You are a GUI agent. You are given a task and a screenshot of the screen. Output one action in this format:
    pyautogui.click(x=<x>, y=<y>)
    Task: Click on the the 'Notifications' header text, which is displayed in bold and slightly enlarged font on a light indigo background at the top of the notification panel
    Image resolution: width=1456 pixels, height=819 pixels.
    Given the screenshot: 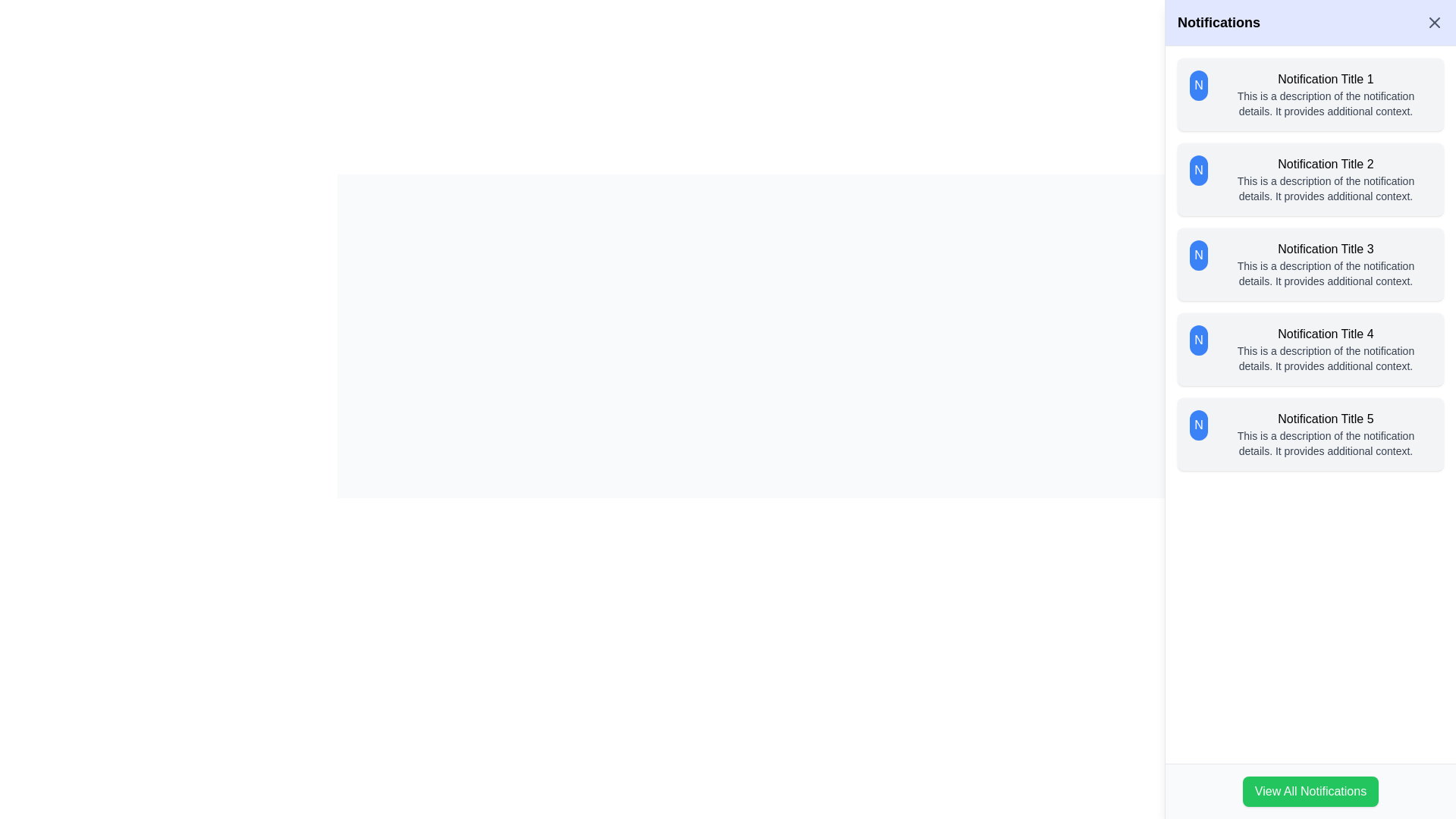 What is the action you would take?
    pyautogui.click(x=1219, y=23)
    